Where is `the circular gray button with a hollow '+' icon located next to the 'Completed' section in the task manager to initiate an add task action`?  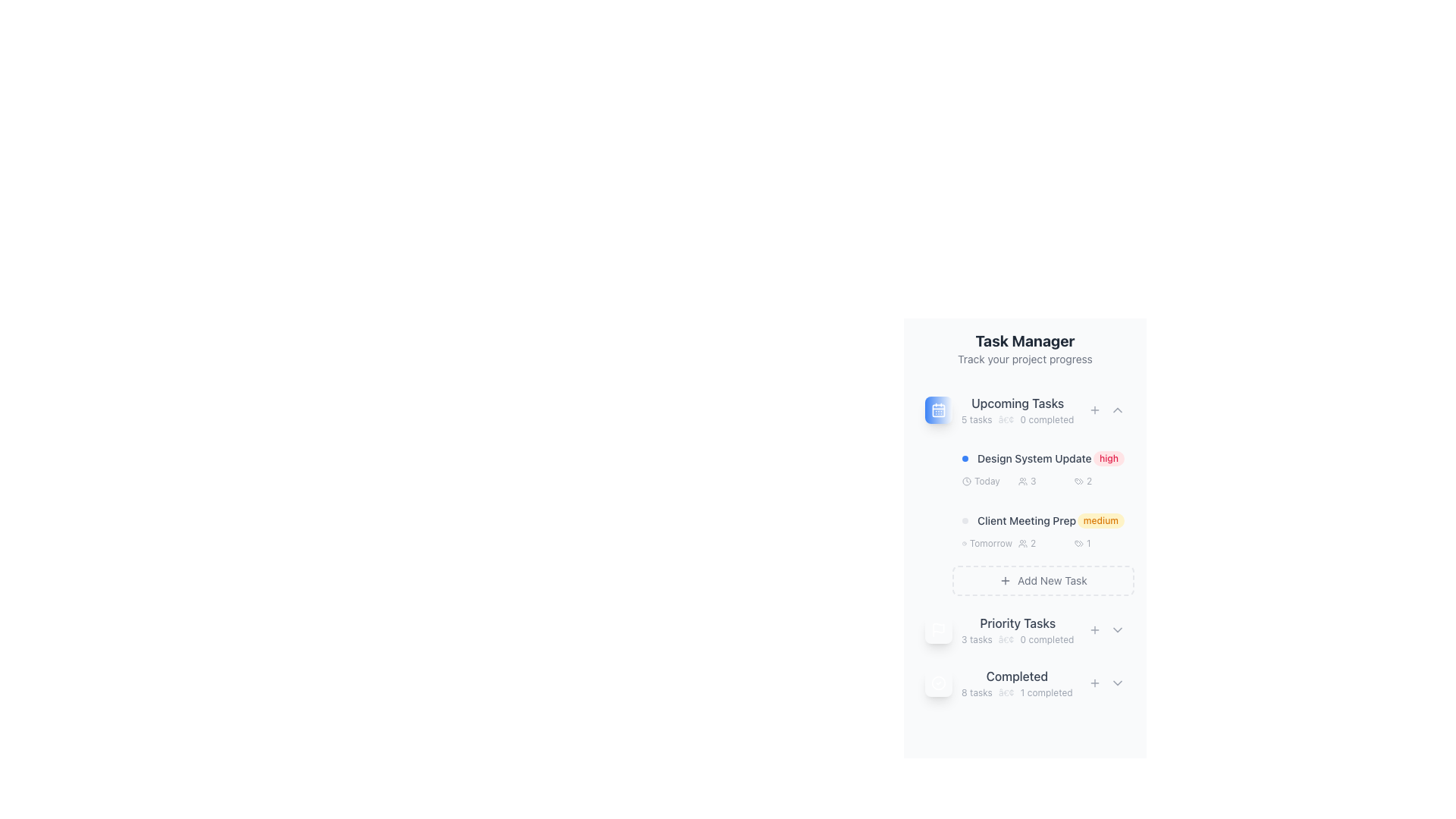 the circular gray button with a hollow '+' icon located next to the 'Completed' section in the task manager to initiate an add task action is located at coordinates (1095, 683).